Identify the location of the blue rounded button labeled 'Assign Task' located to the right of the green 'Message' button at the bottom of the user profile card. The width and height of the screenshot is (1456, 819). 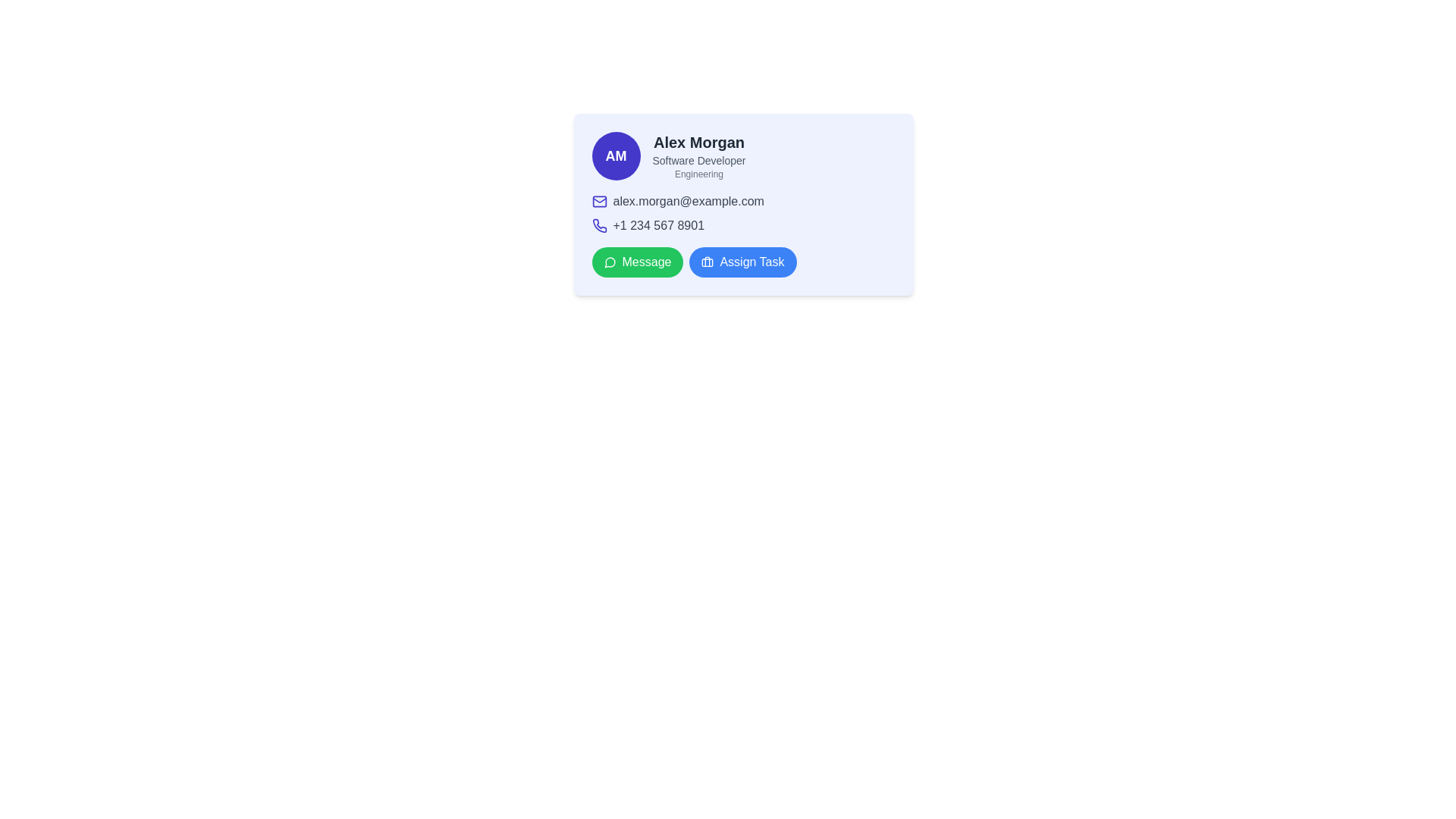
(742, 262).